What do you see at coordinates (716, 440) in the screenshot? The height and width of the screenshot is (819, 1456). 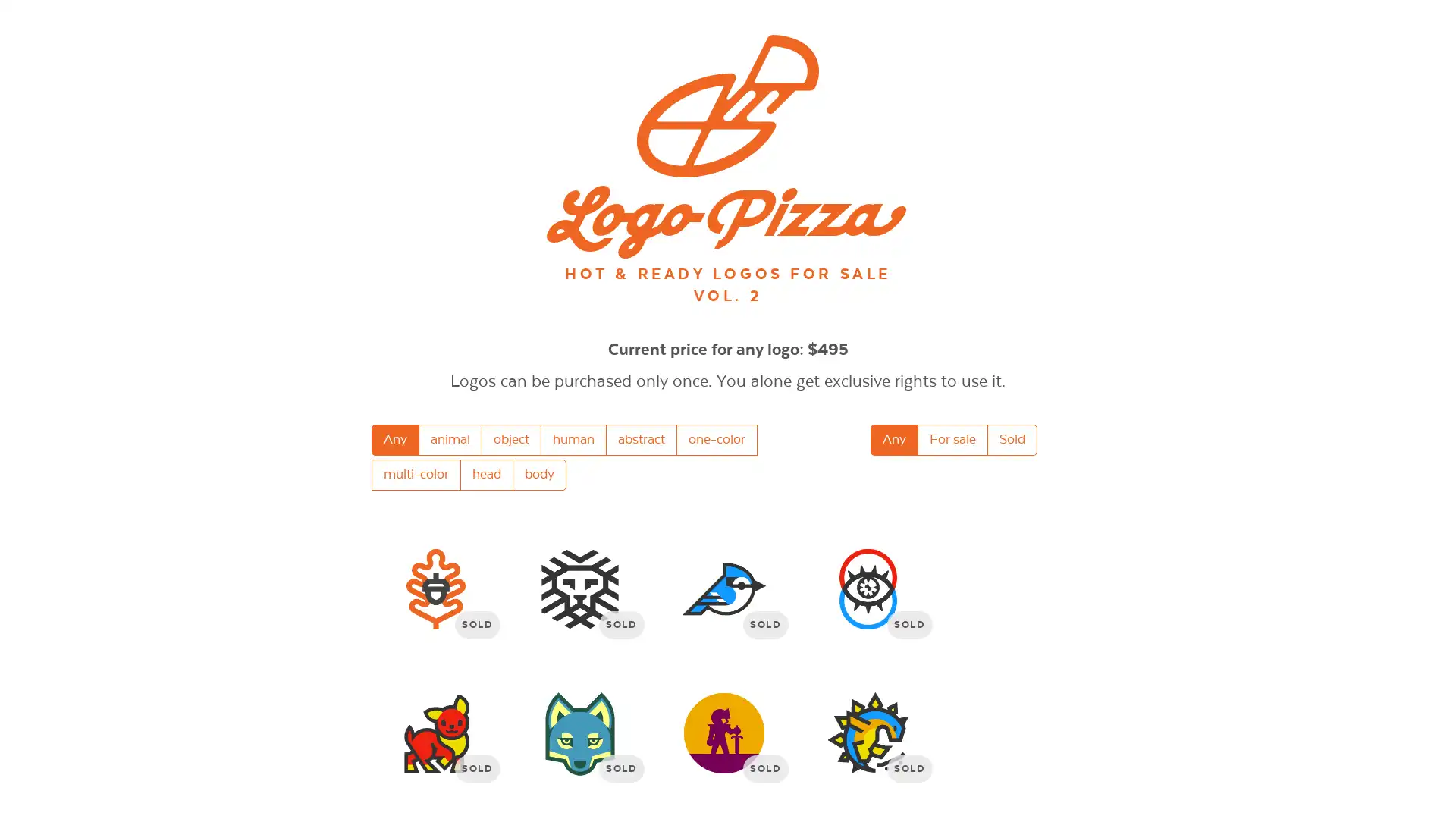 I see `one-color` at bounding box center [716, 440].